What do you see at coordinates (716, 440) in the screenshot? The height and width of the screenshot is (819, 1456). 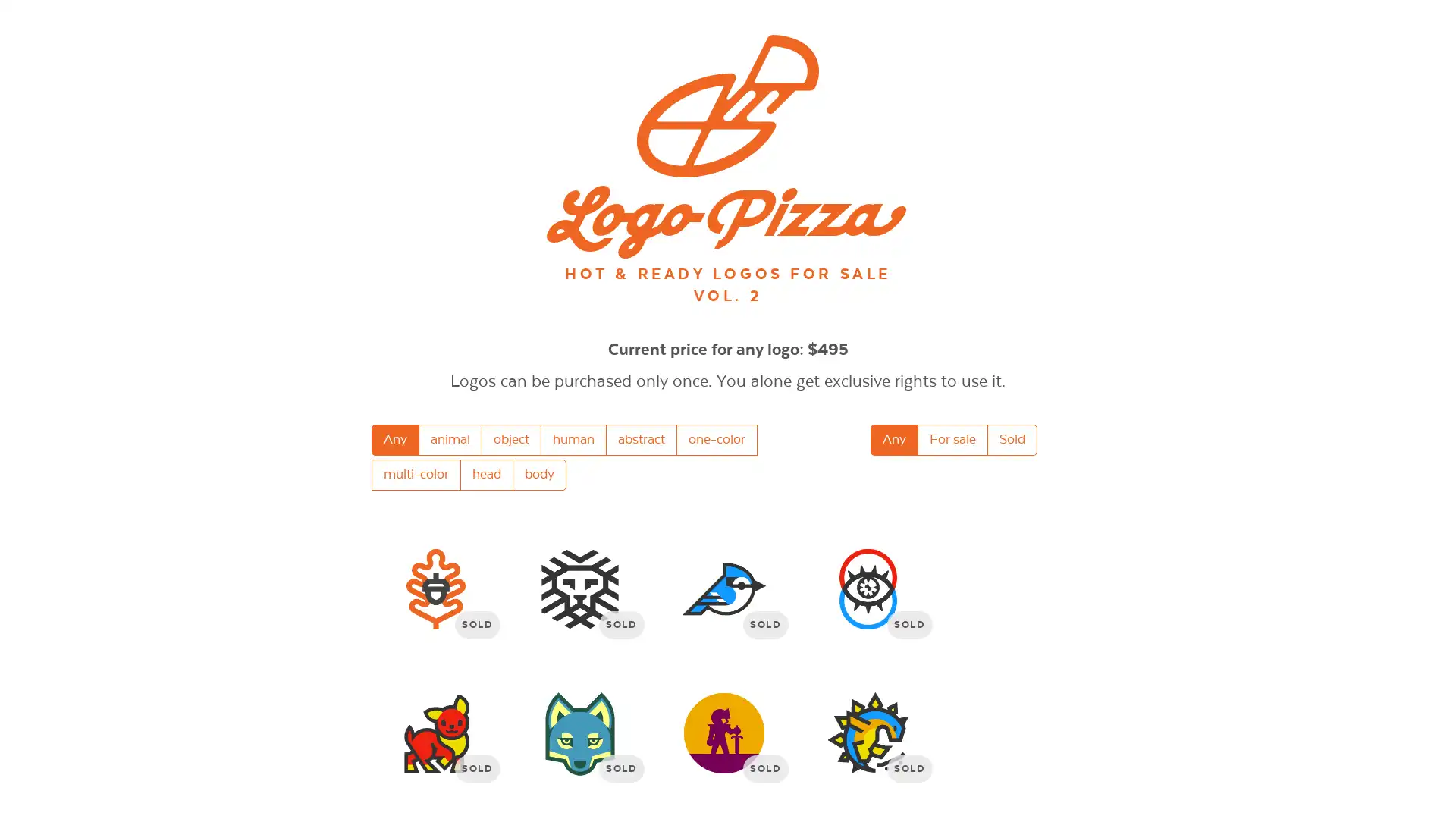 I see `one-color` at bounding box center [716, 440].